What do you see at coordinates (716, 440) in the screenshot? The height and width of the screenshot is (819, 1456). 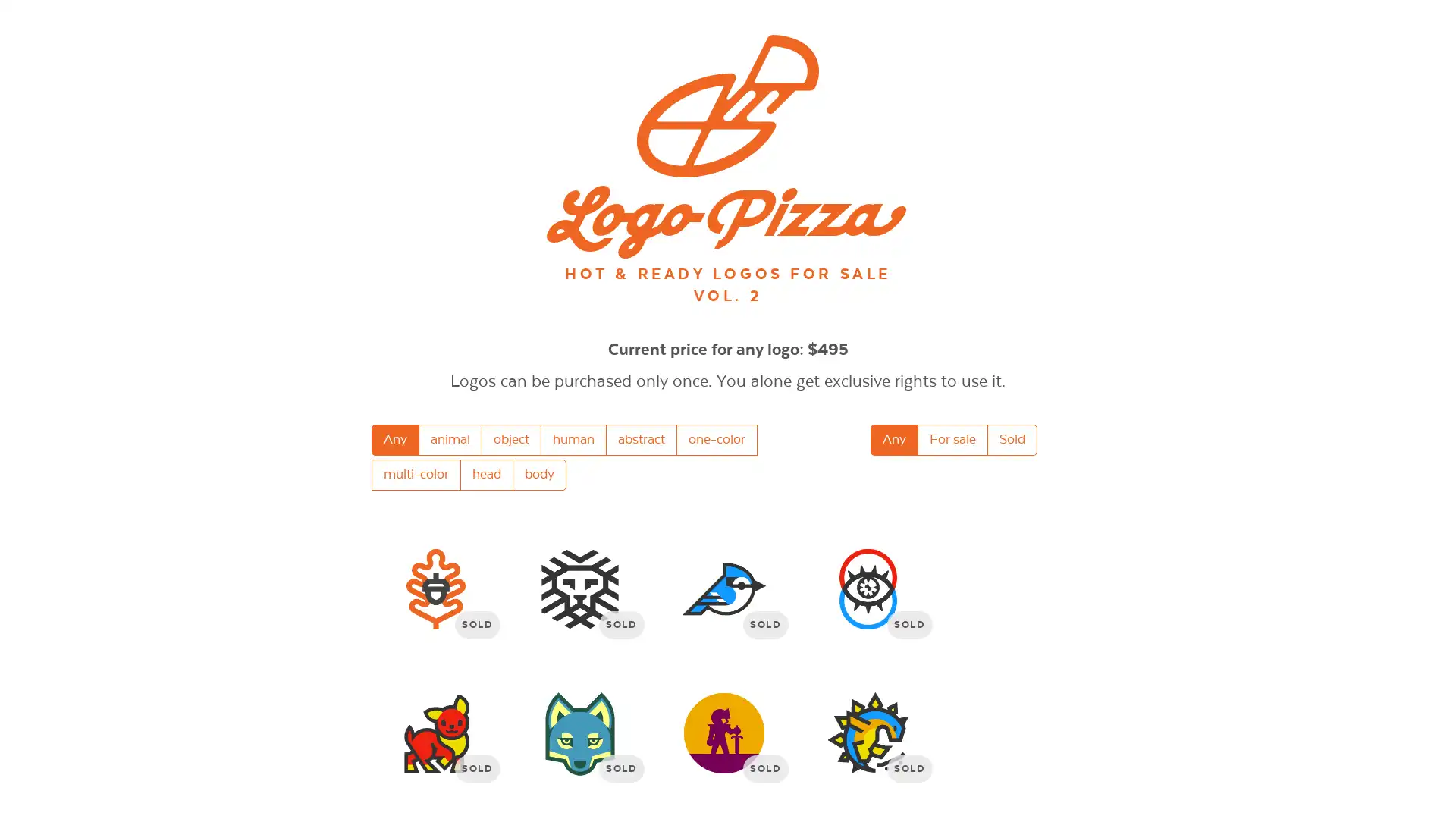 I see `one-color` at bounding box center [716, 440].